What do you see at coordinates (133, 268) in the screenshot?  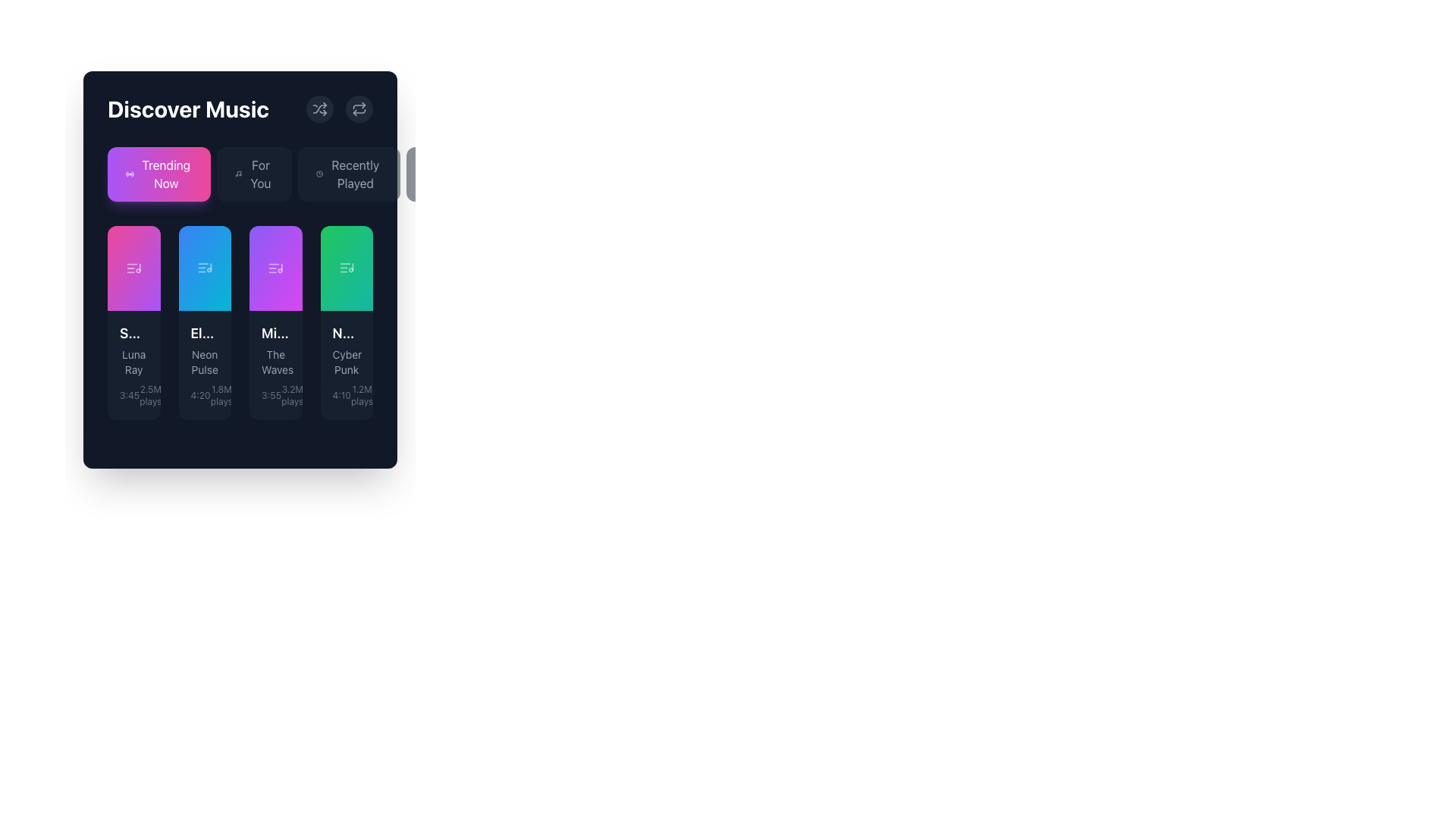 I see `the musical note icon located at the center of a pink gradient background in the 'Trending Now' section of the 'Discover Music' interface` at bounding box center [133, 268].